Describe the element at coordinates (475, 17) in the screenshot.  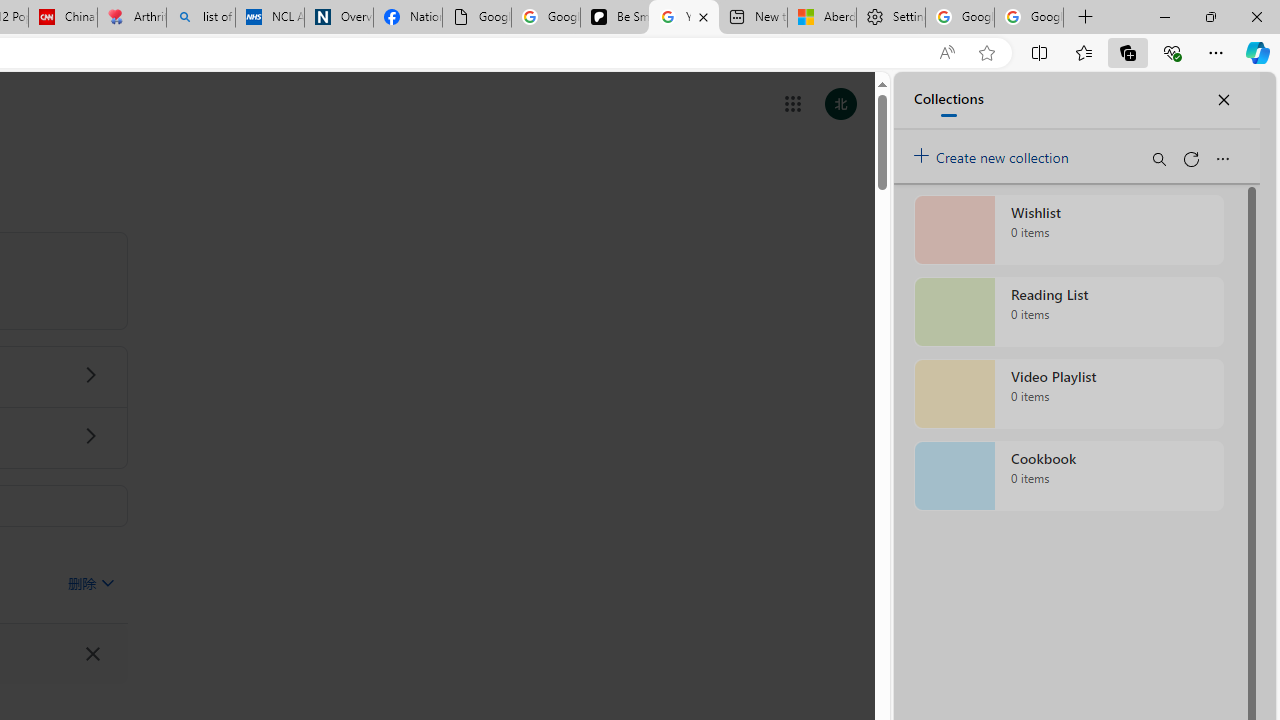
I see `'Google Analytics Opt-out Browser Add-on Download Page'` at that location.